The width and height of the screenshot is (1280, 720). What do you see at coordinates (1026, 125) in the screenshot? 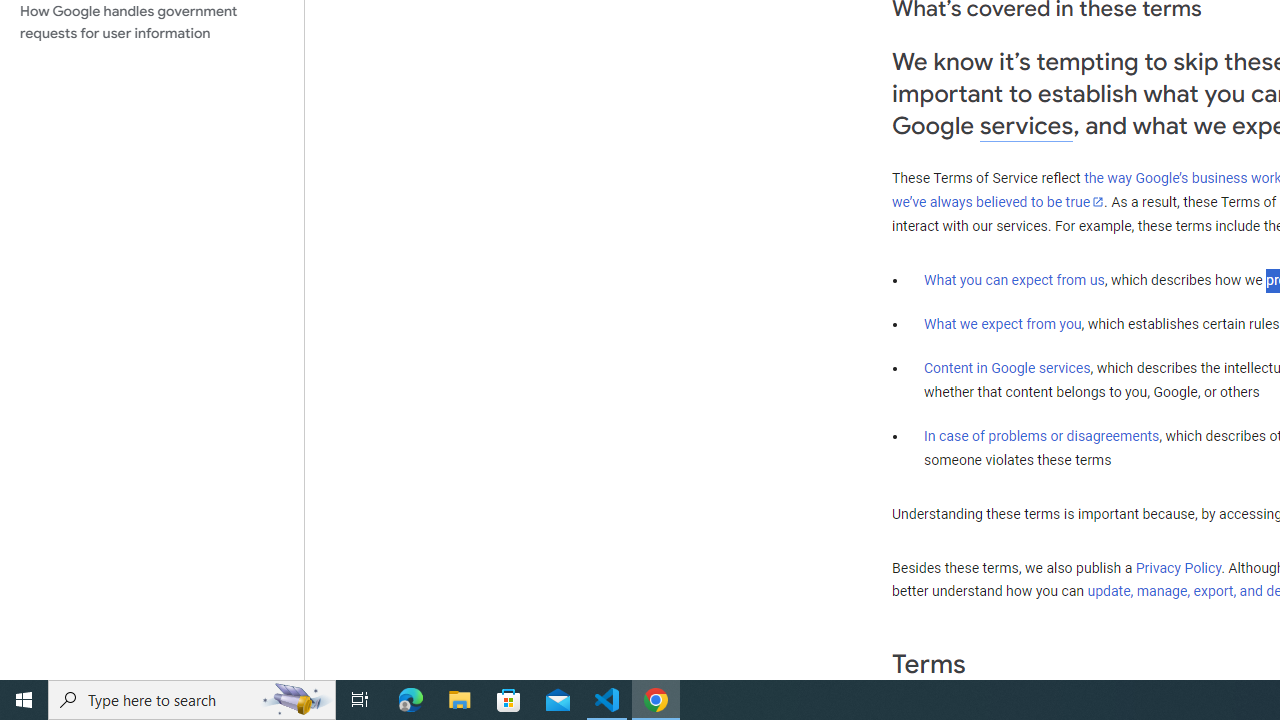
I see `'services'` at bounding box center [1026, 125].